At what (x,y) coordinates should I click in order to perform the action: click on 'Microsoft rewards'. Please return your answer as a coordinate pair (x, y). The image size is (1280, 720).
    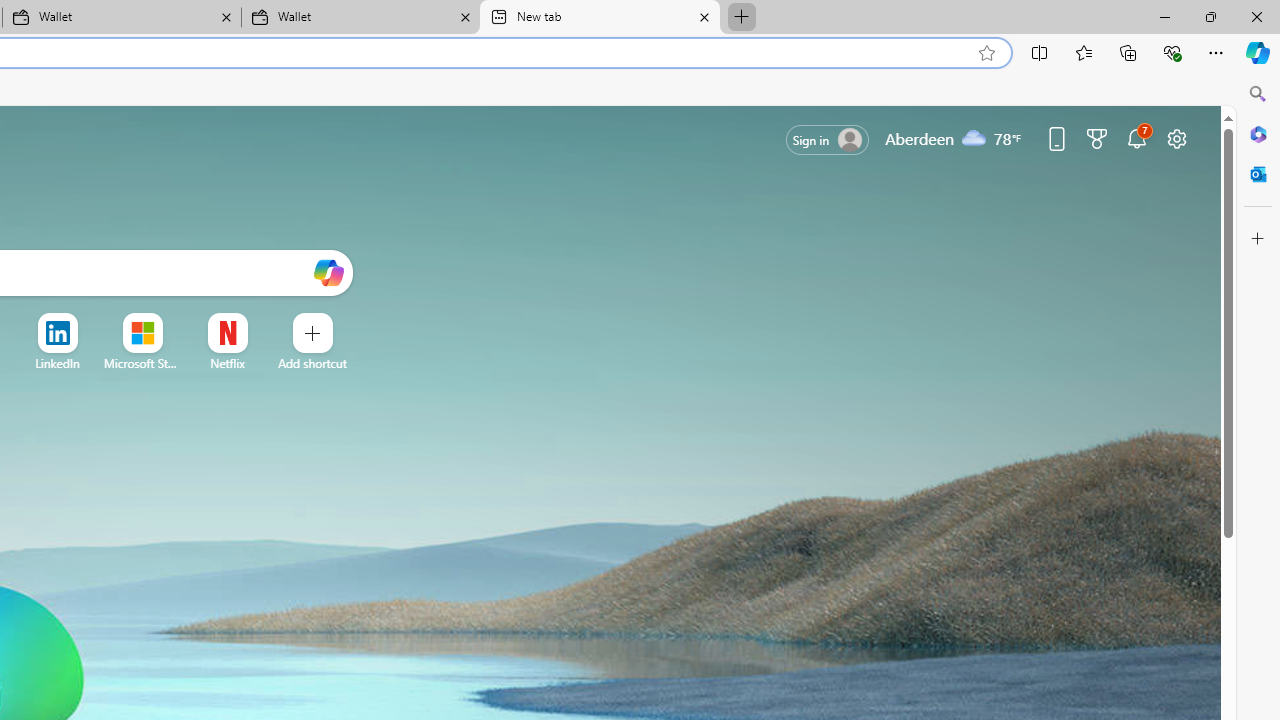
    Looking at the image, I should click on (1095, 137).